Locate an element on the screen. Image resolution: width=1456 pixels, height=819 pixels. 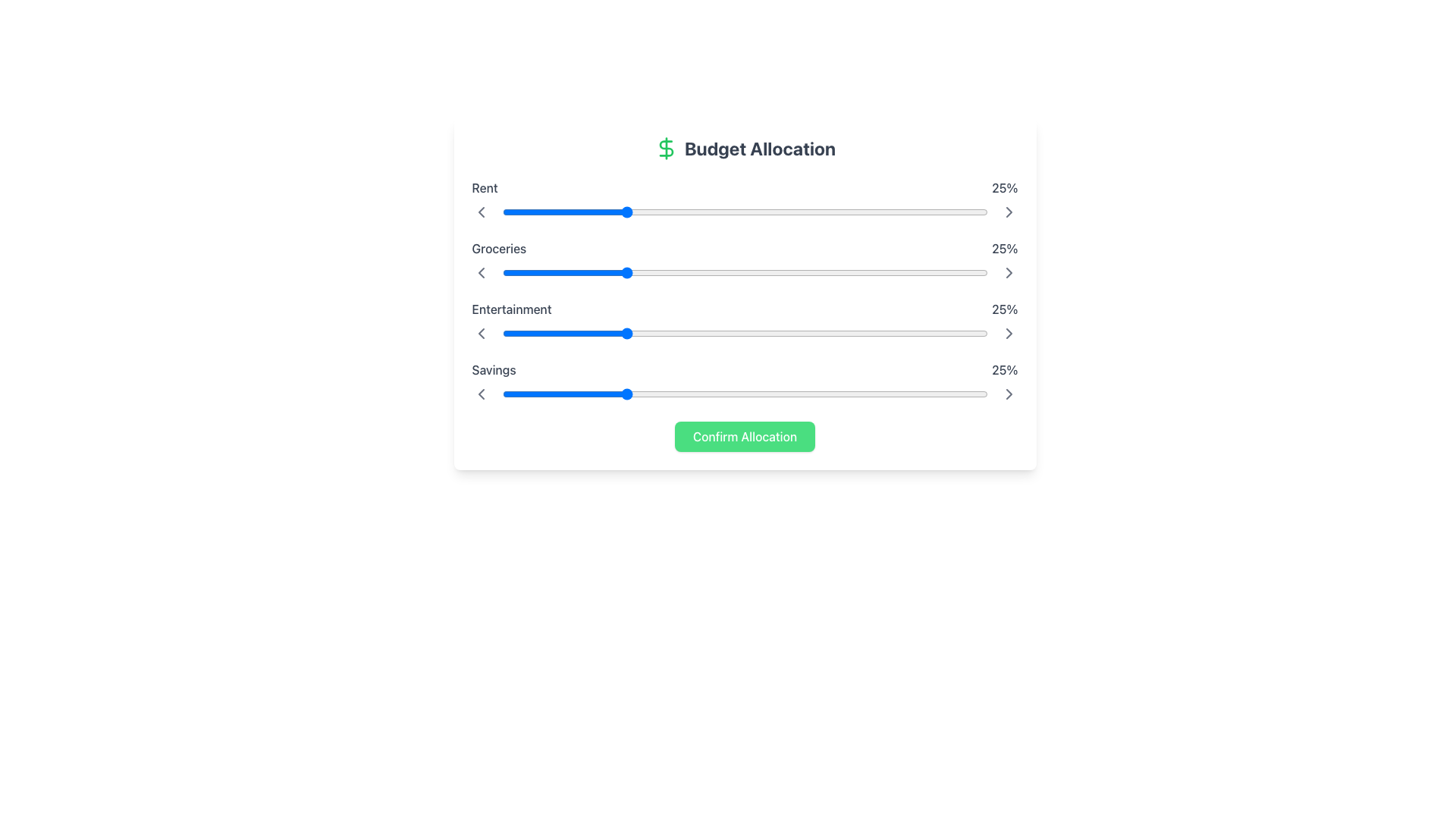
the slider for 'Entertainment' is located at coordinates (681, 332).